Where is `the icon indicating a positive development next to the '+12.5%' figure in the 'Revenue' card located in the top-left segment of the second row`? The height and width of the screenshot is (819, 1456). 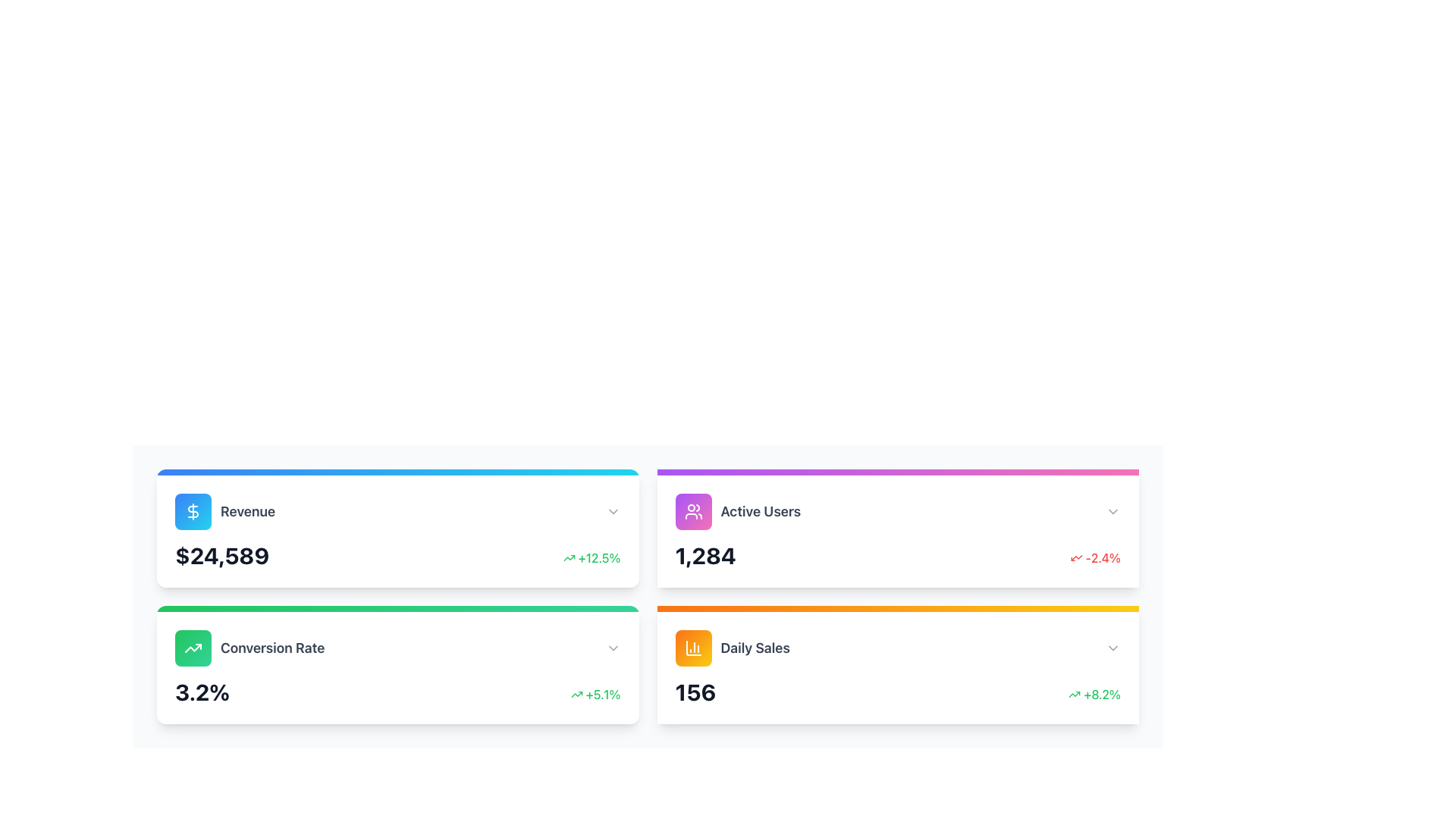
the icon indicating a positive development next to the '+12.5%' figure in the 'Revenue' card located in the top-left segment of the second row is located at coordinates (568, 558).